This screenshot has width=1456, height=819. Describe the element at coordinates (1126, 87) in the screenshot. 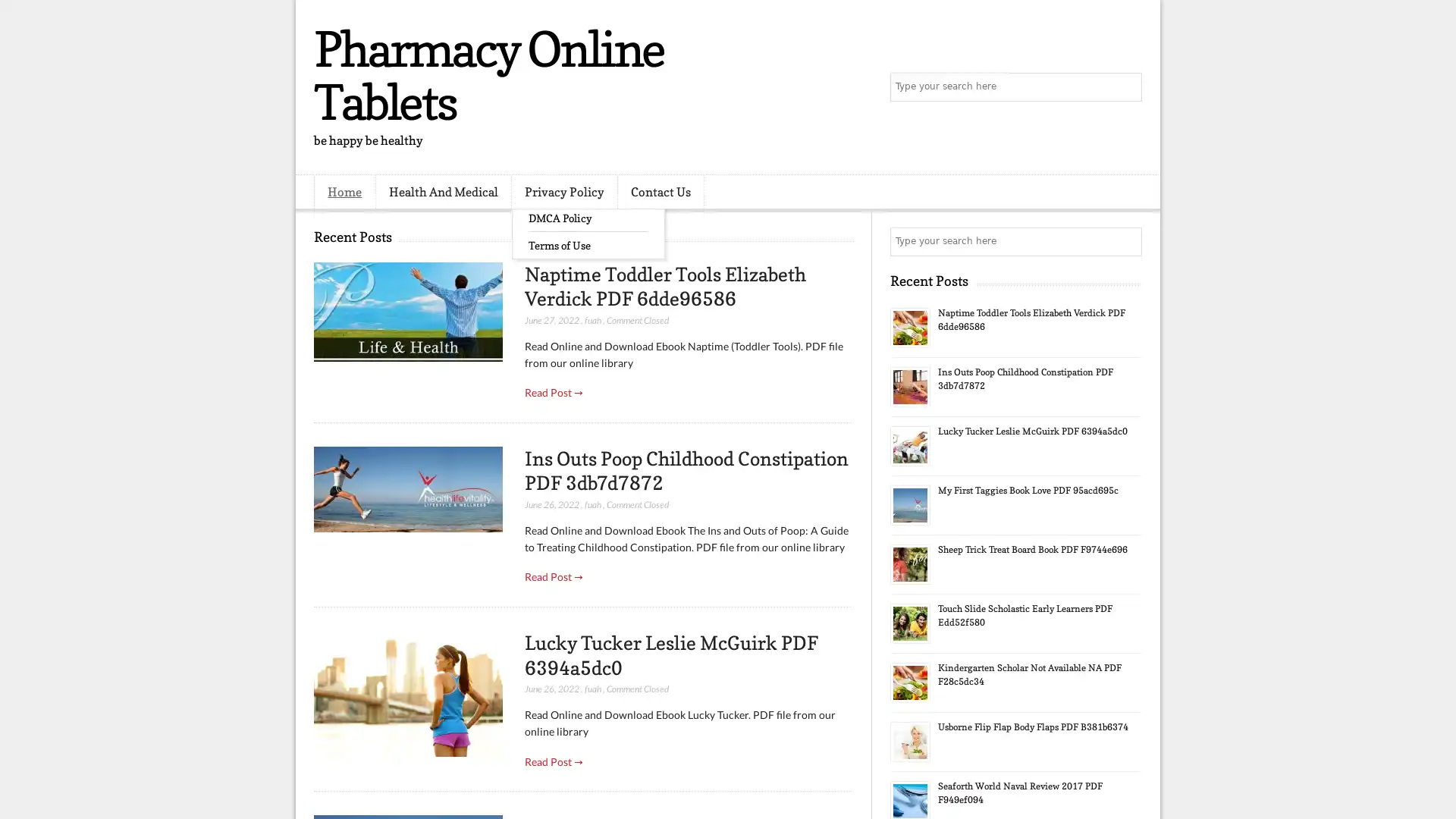

I see `Search` at that location.